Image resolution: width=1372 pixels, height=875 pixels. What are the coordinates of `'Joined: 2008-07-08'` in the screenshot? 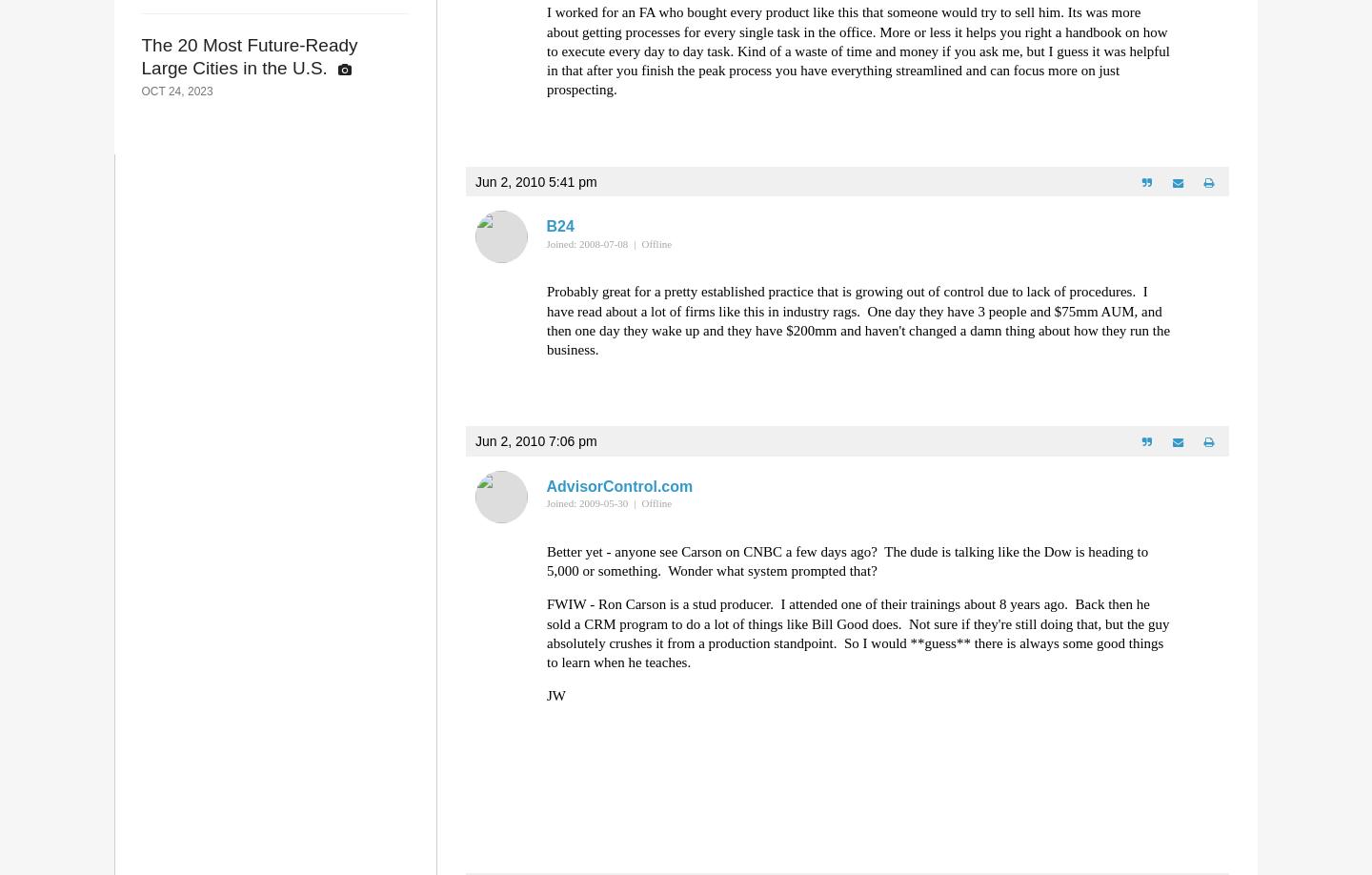 It's located at (586, 242).